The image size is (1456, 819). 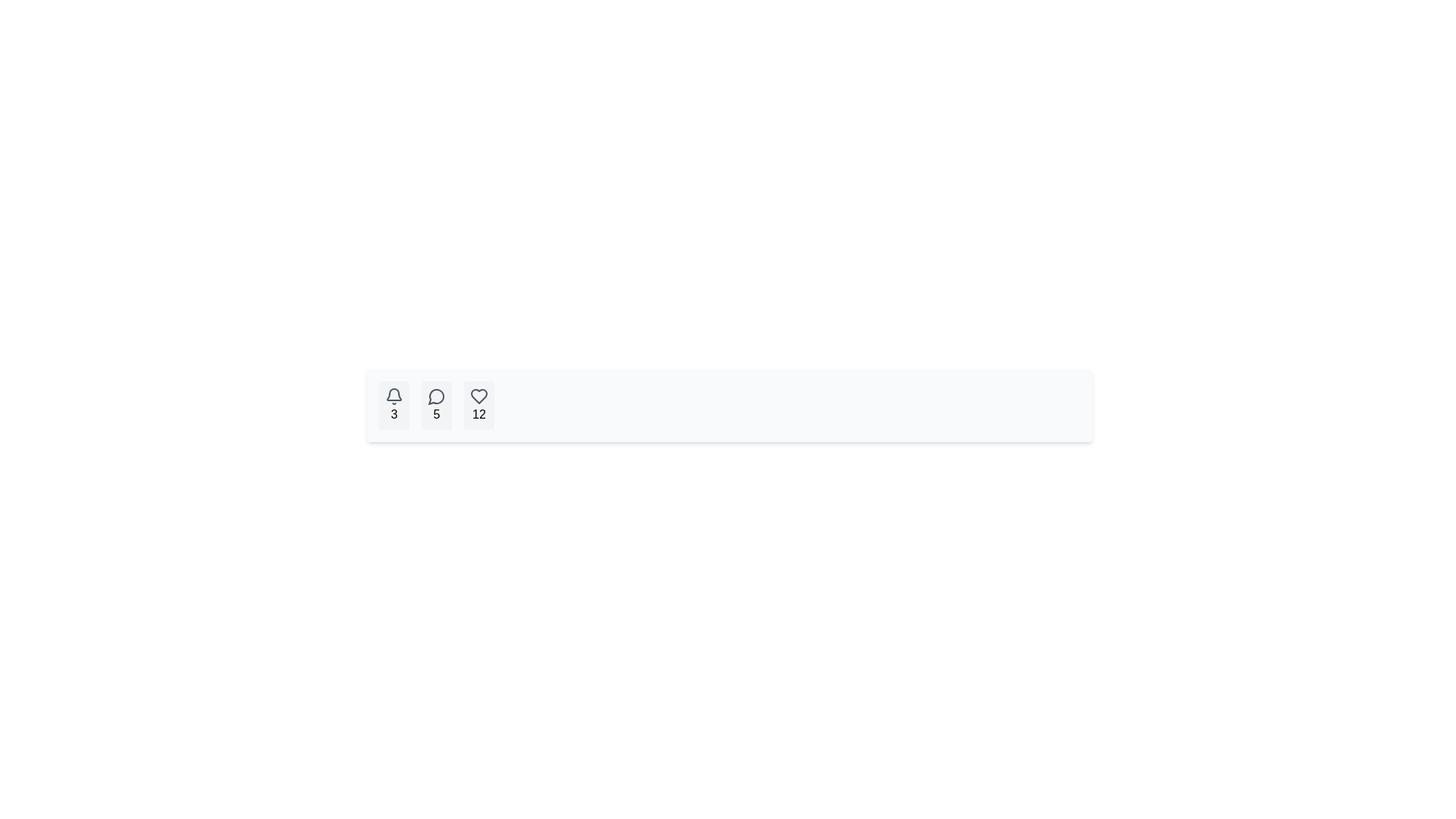 I want to click on the circular speech bubble icon outlined in gray, which is located between the bell icon with number '3' and the heart icon with number '12', so click(x=436, y=396).